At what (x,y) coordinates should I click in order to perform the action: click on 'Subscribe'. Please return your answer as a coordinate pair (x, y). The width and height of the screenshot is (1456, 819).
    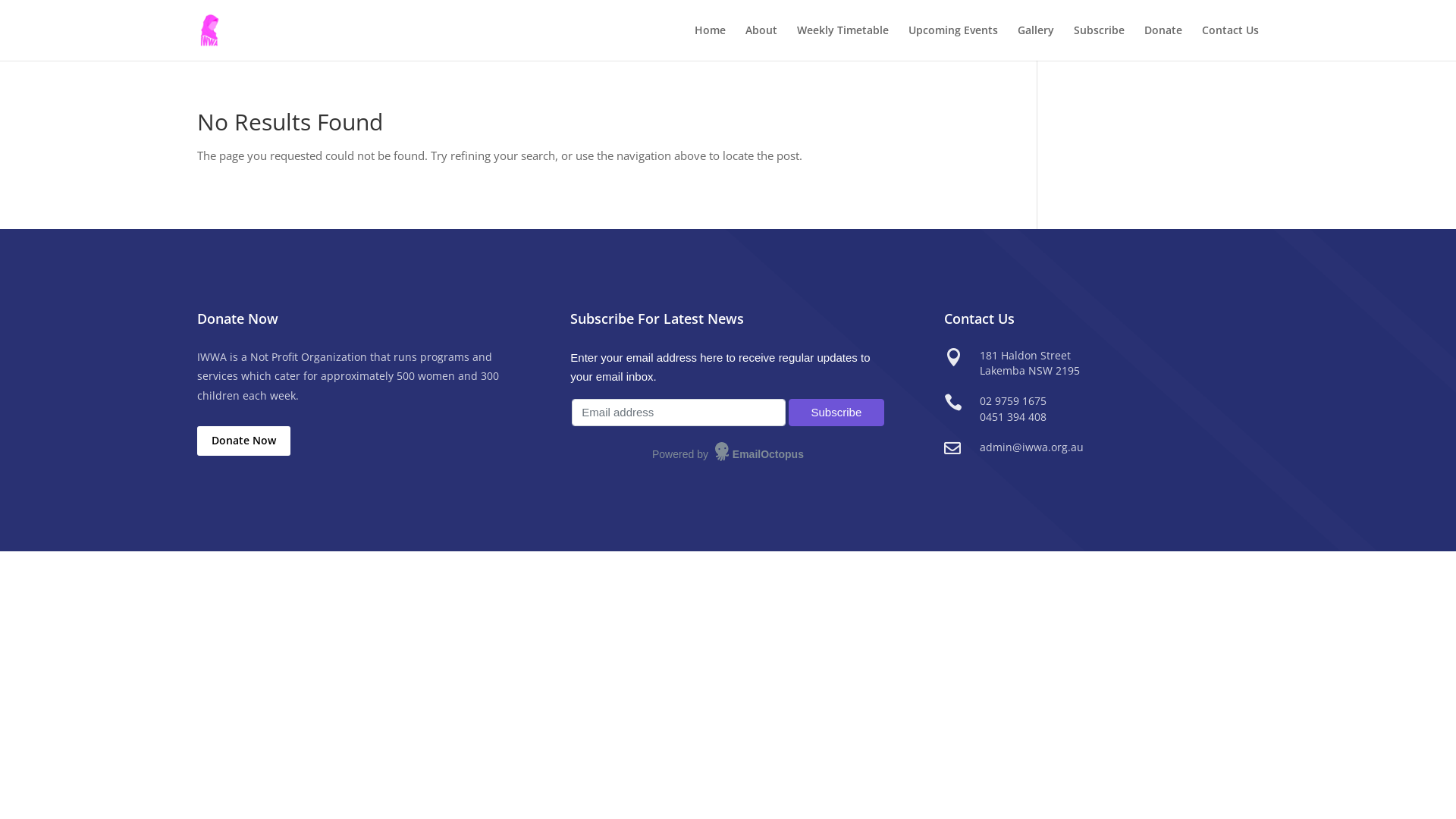
    Looking at the image, I should click on (836, 413).